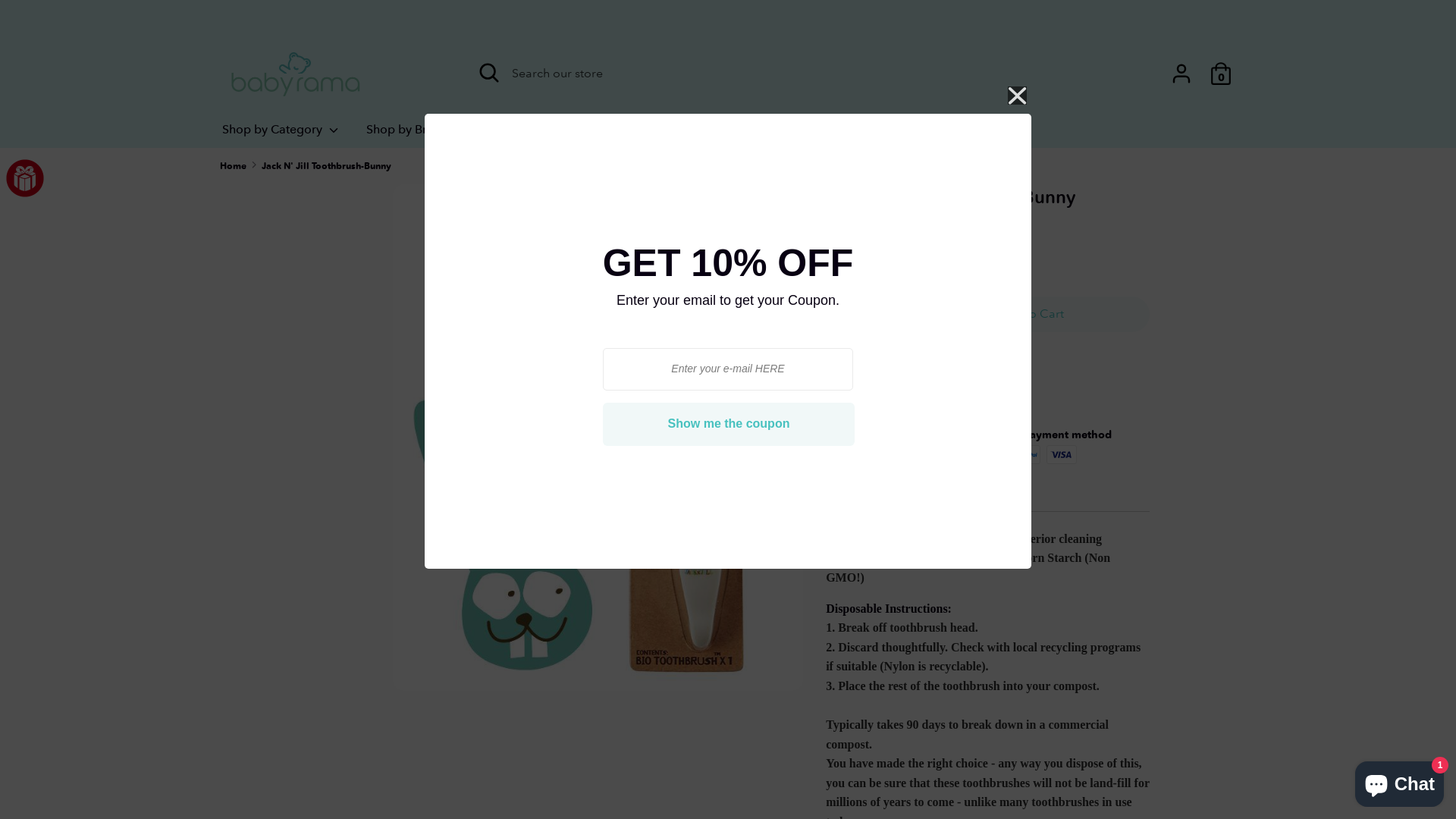 The height and width of the screenshot is (819, 1456). I want to click on 'Close', so click(1018, 99).